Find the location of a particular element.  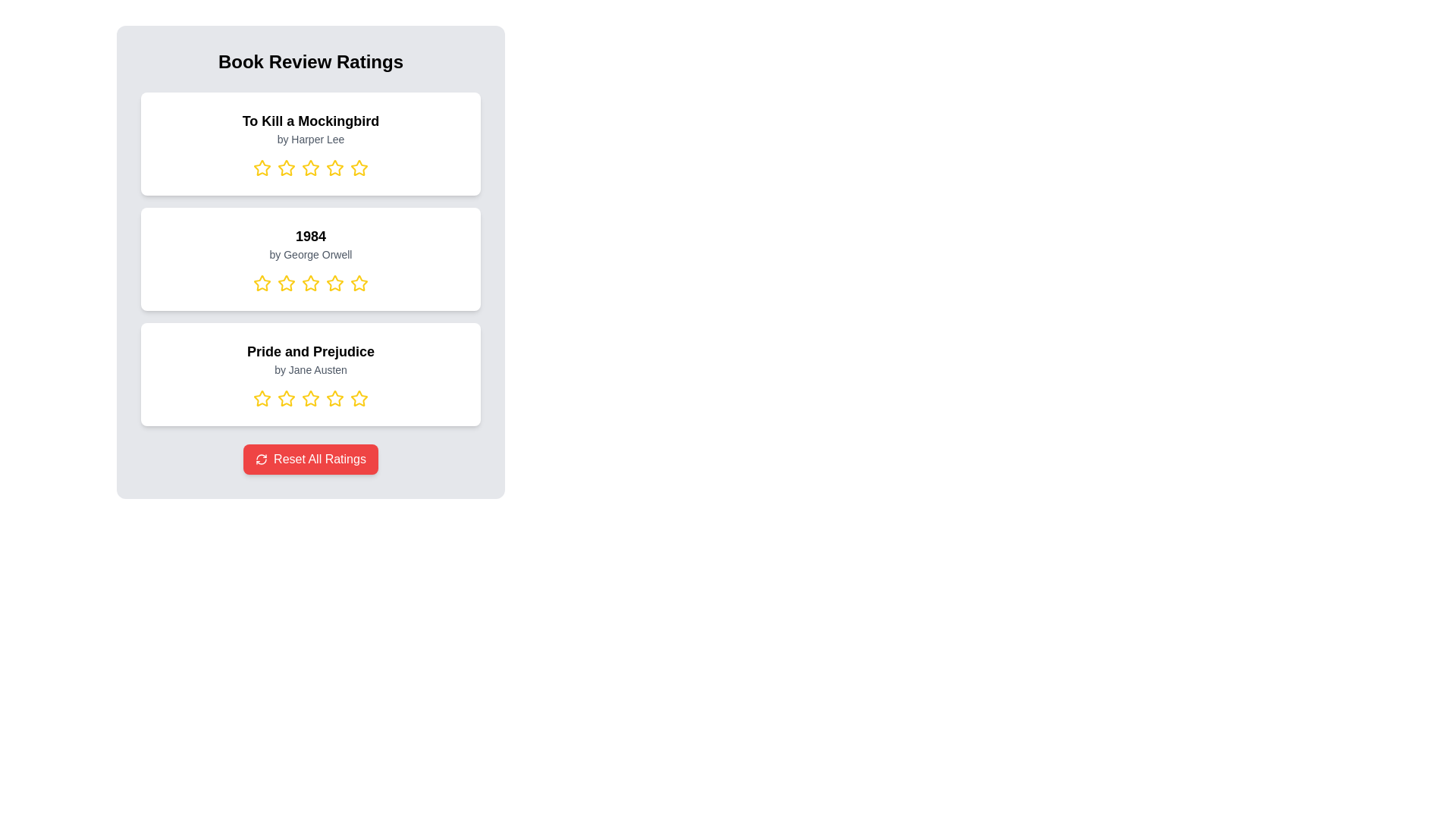

the rating for a book by selecting 2 stars for the book titled 1984 is located at coordinates (287, 284).